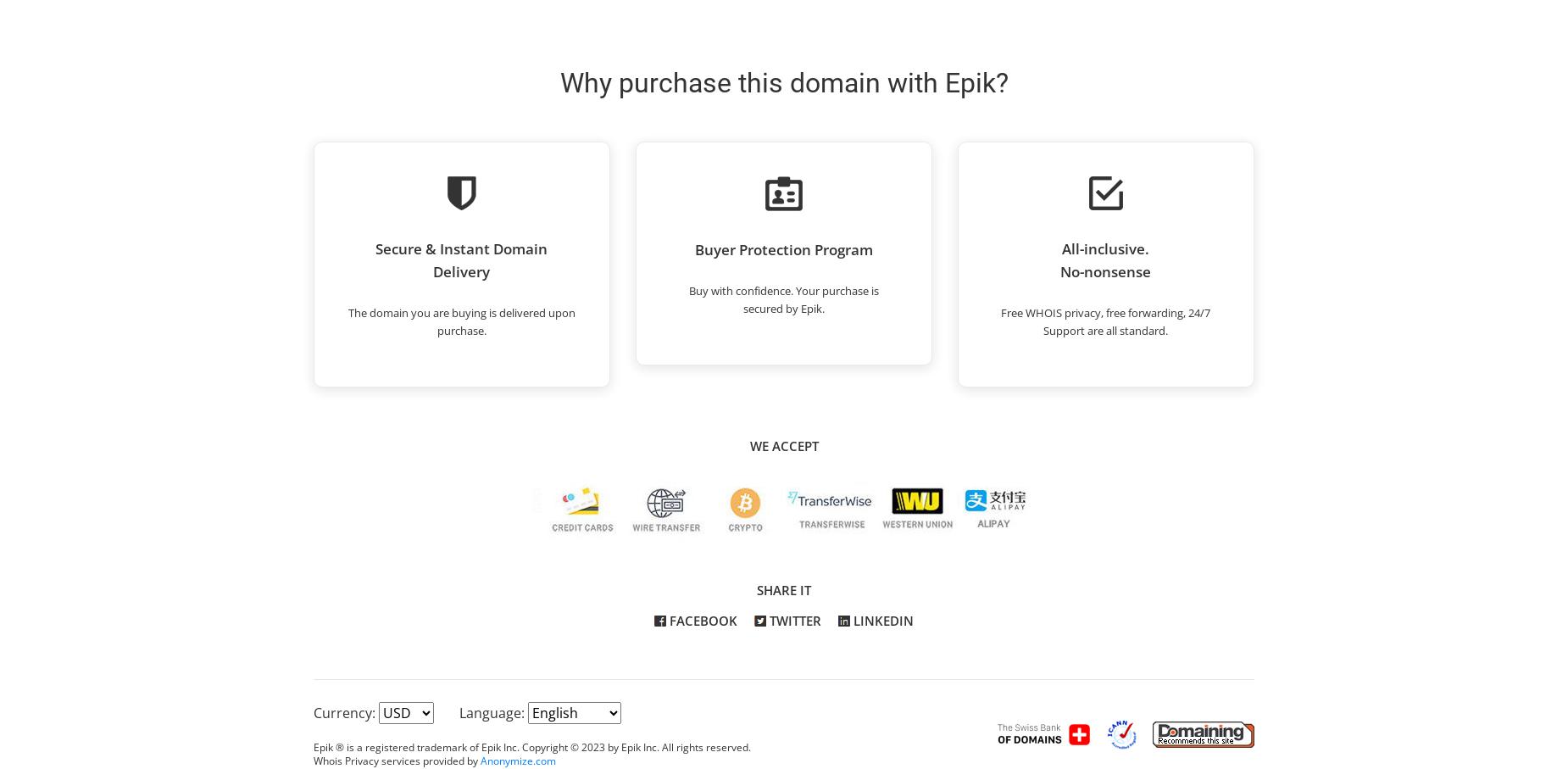  I want to click on 'Share it', so click(784, 589).